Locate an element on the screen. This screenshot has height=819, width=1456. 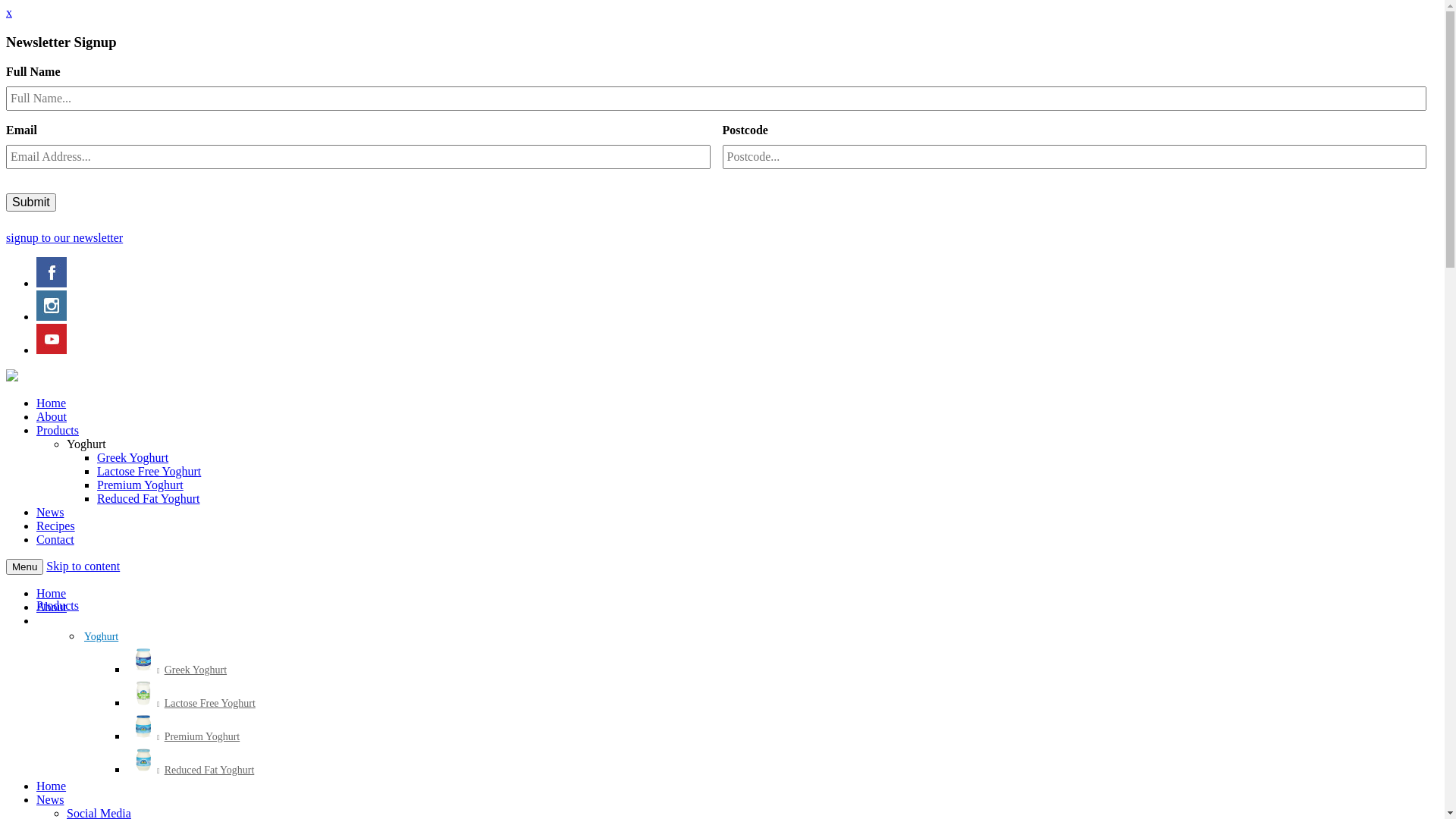
'Lactose Free Yoghurt' is located at coordinates (192, 704).